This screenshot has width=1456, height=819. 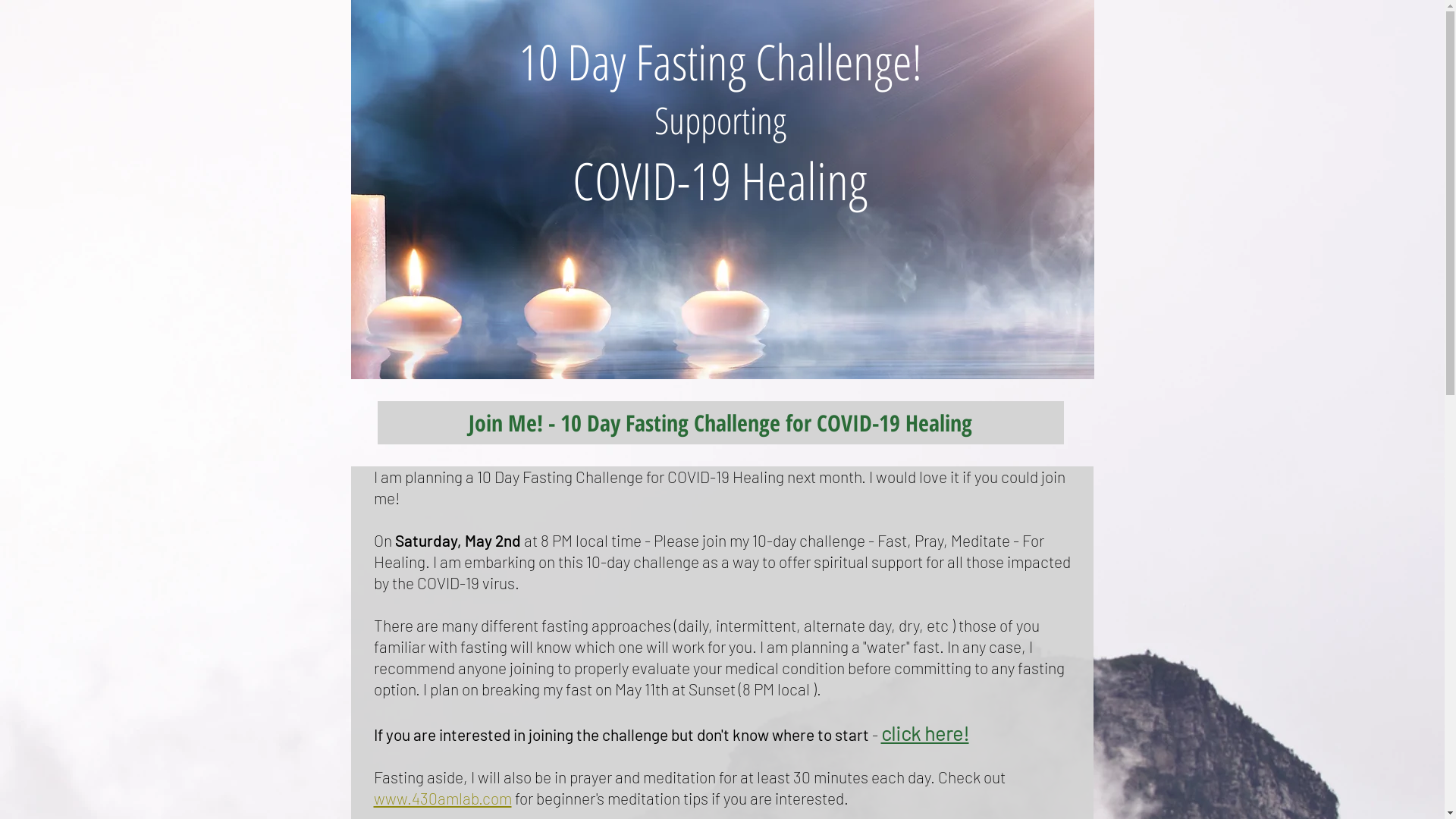 What do you see at coordinates (880, 733) in the screenshot?
I see `'click here!'` at bounding box center [880, 733].